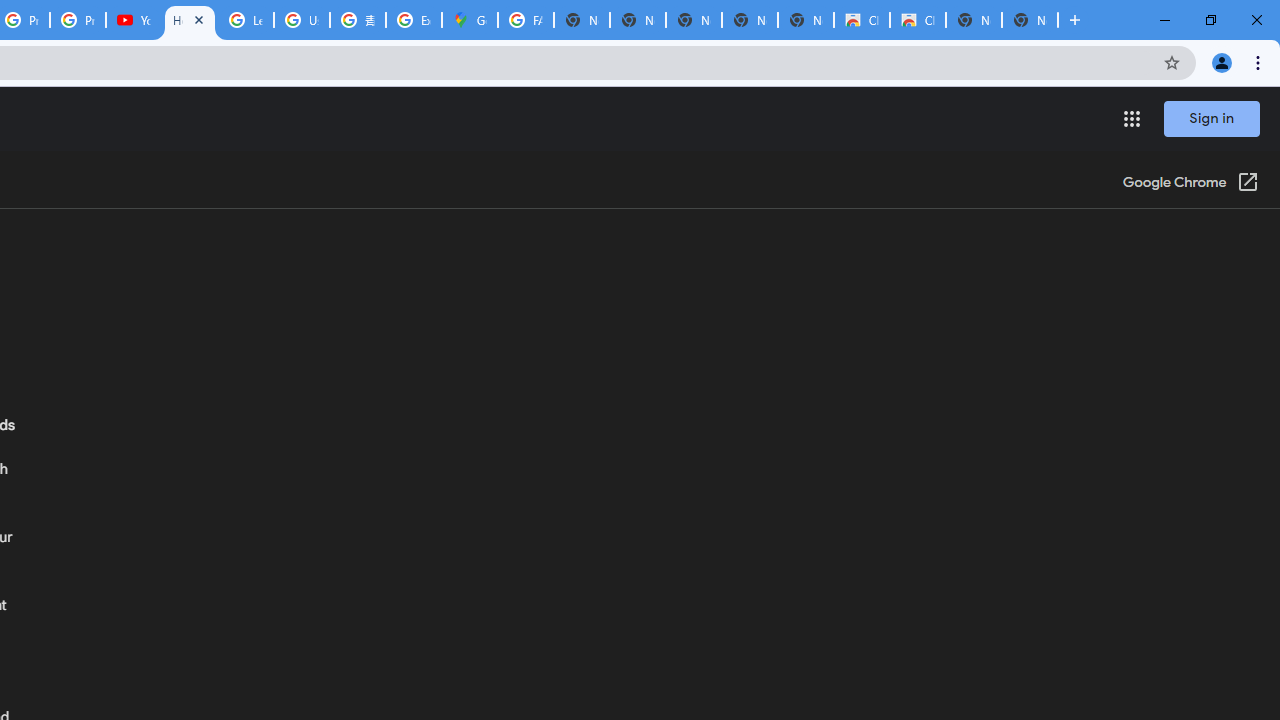 The width and height of the screenshot is (1280, 720). What do you see at coordinates (190, 20) in the screenshot?
I see `'How Chrome protects your passwords - Google Chrome Help'` at bounding box center [190, 20].